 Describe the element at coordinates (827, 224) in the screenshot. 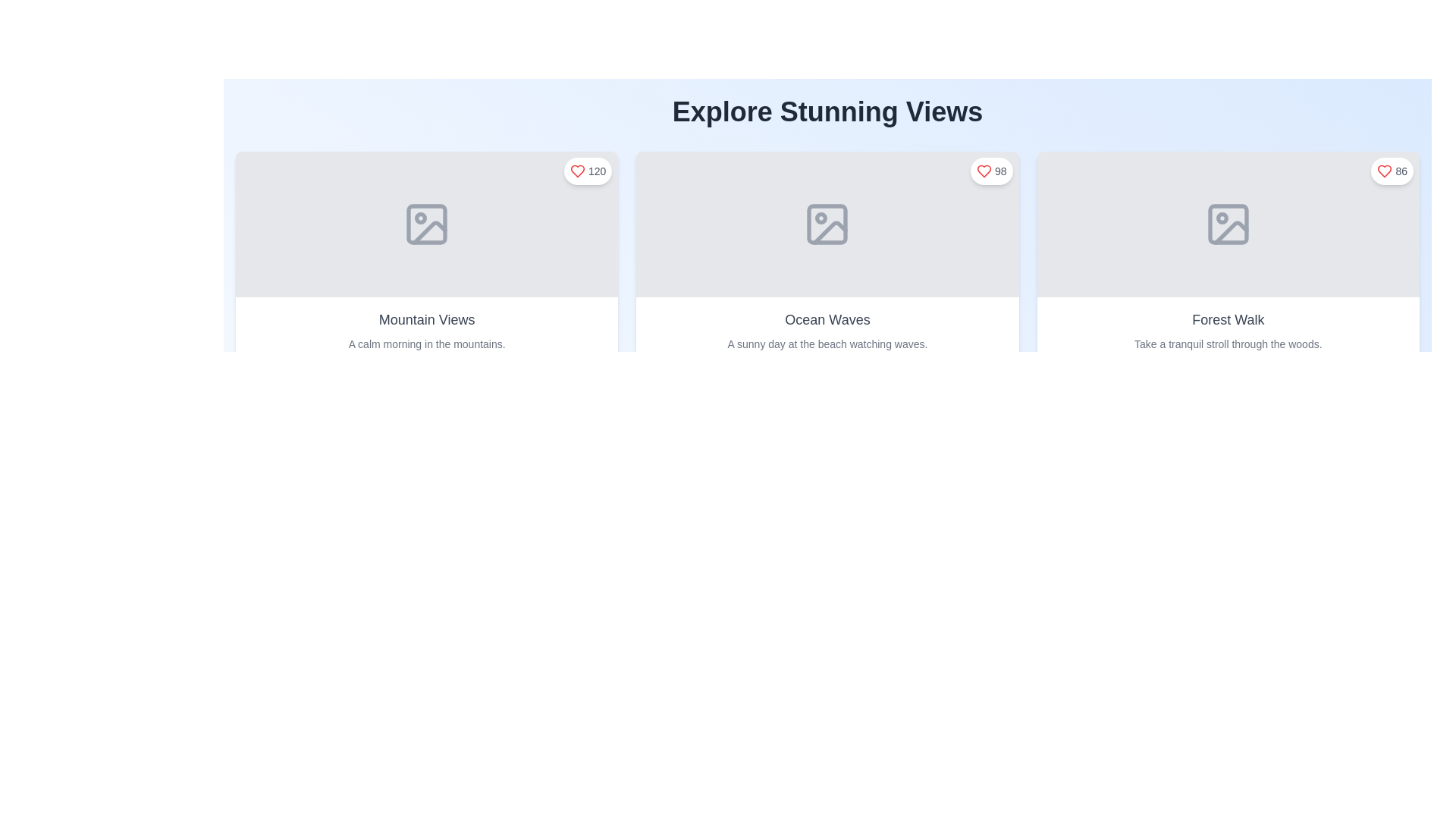

I see `the SVG Image Placeholder located centrally within the second card titled 'Ocean Waves', which is positioned between the 'Mountain Views' and 'Forest Walk' cards under the 'Explore Stunning Views' section` at that location.